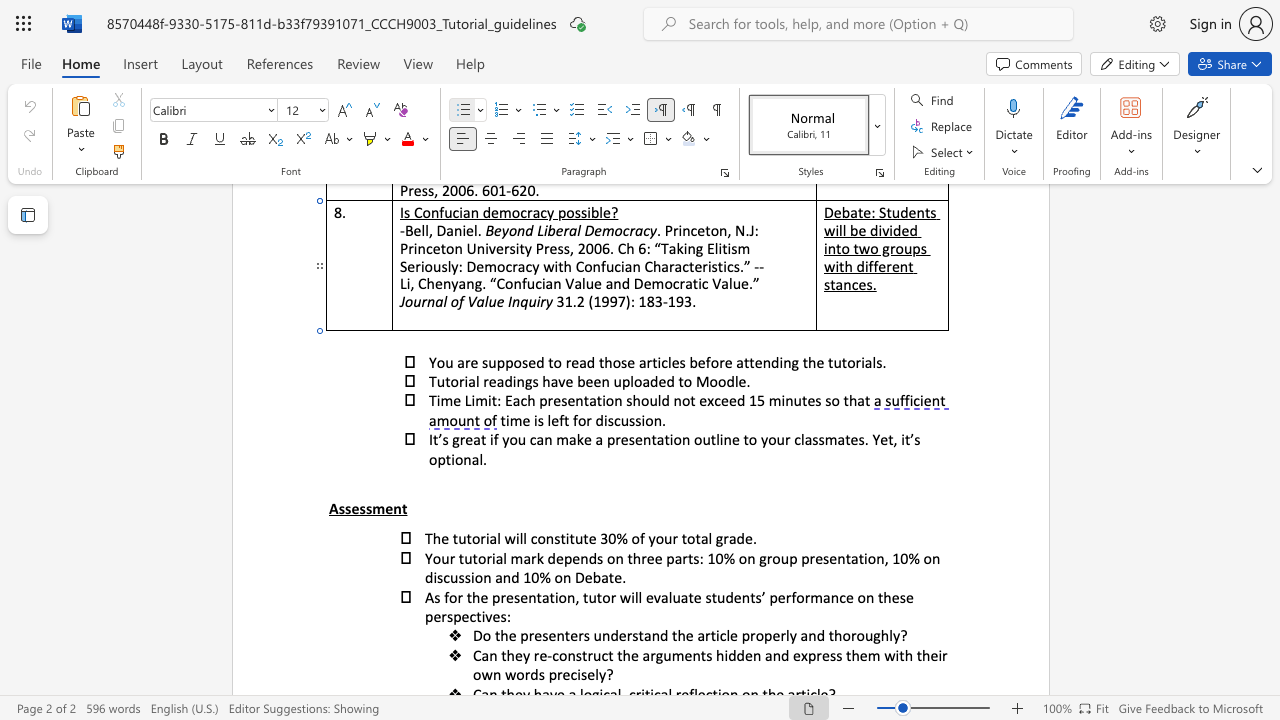 The image size is (1280, 720). What do you see at coordinates (566, 537) in the screenshot?
I see `the 1th character "i" in the text` at bounding box center [566, 537].